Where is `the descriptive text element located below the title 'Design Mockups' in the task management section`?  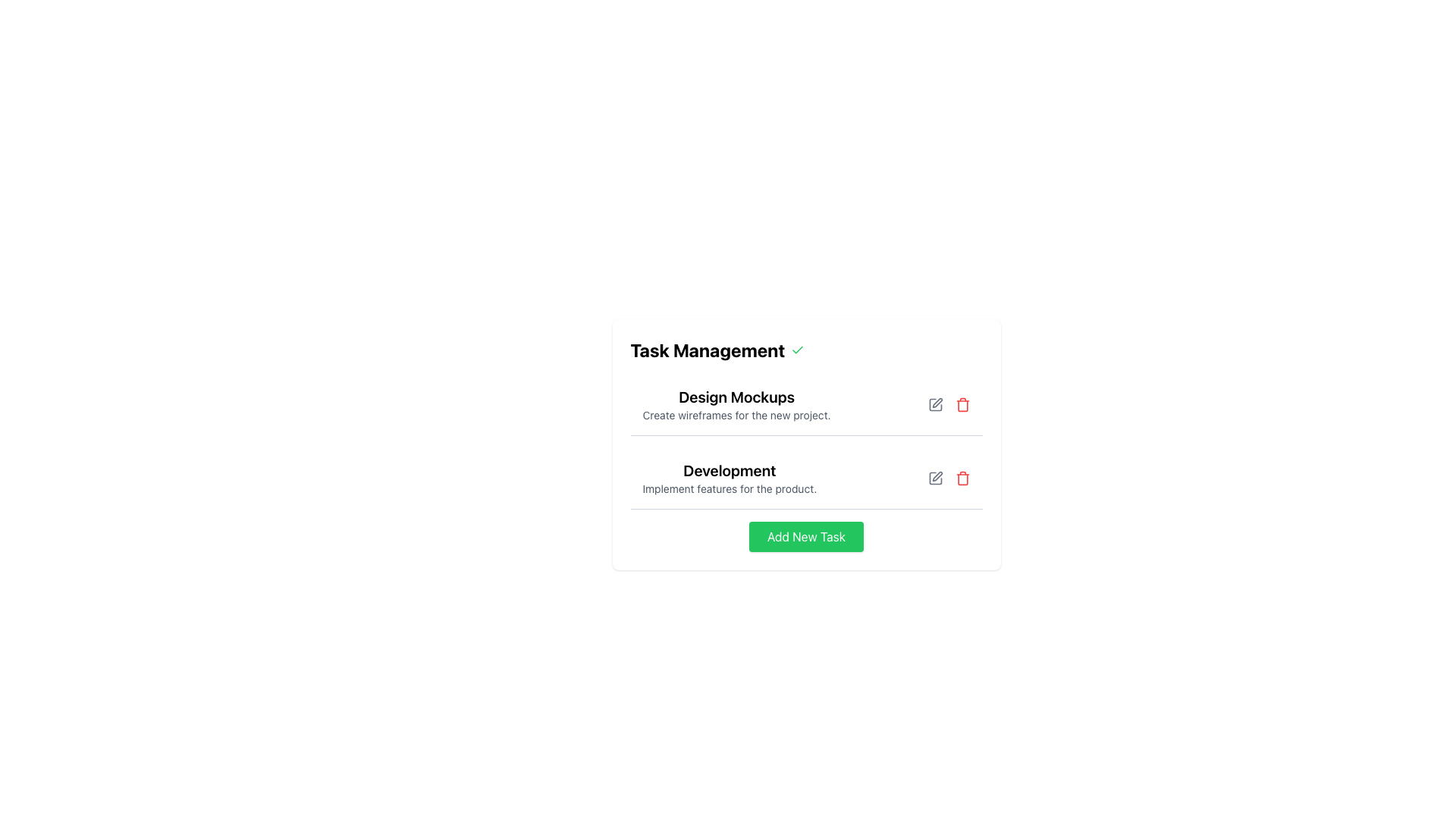 the descriptive text element located below the title 'Design Mockups' in the task management section is located at coordinates (736, 415).